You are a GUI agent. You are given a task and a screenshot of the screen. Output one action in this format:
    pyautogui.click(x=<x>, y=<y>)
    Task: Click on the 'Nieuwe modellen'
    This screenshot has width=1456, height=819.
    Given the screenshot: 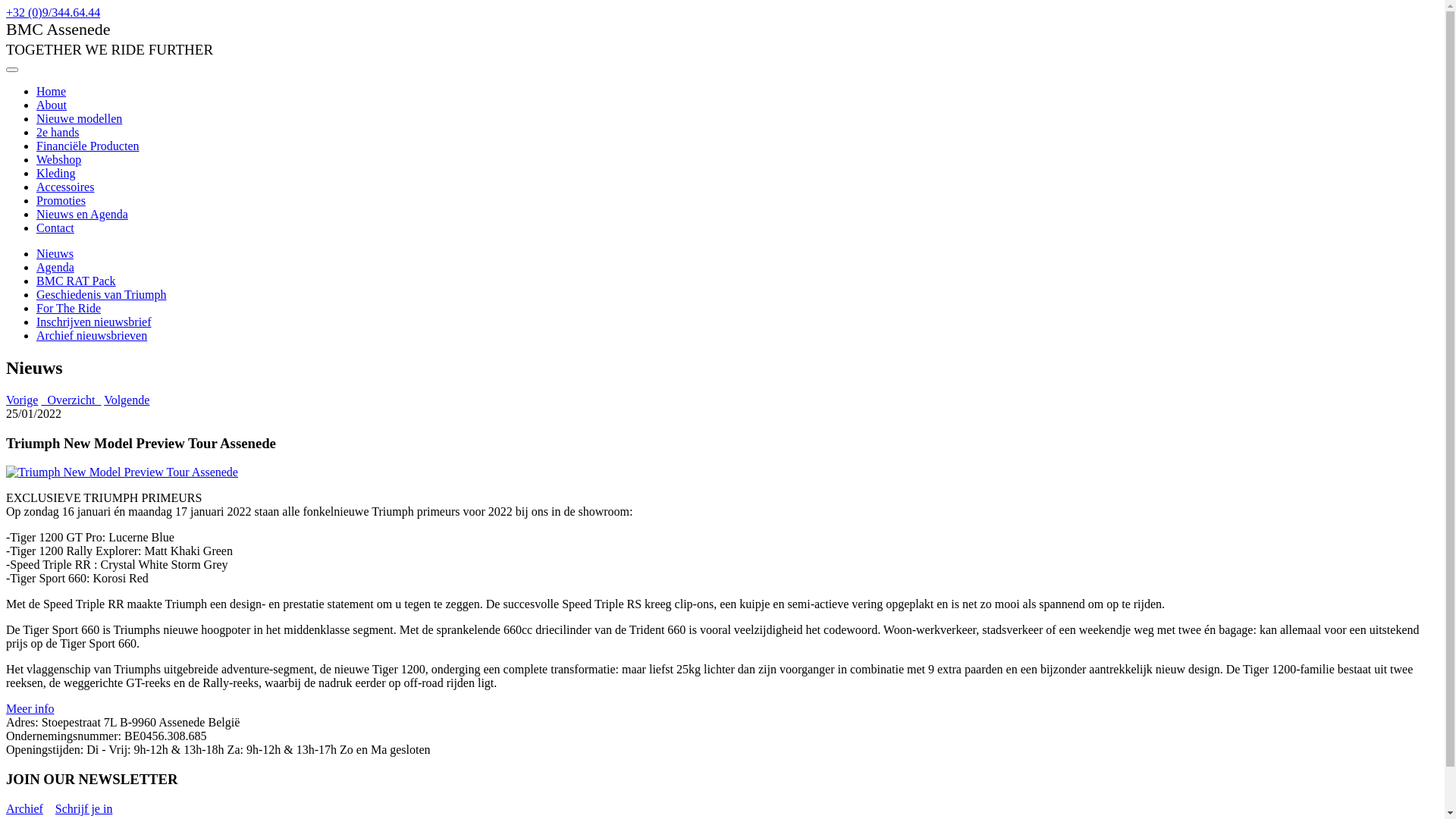 What is the action you would take?
    pyautogui.click(x=78, y=118)
    